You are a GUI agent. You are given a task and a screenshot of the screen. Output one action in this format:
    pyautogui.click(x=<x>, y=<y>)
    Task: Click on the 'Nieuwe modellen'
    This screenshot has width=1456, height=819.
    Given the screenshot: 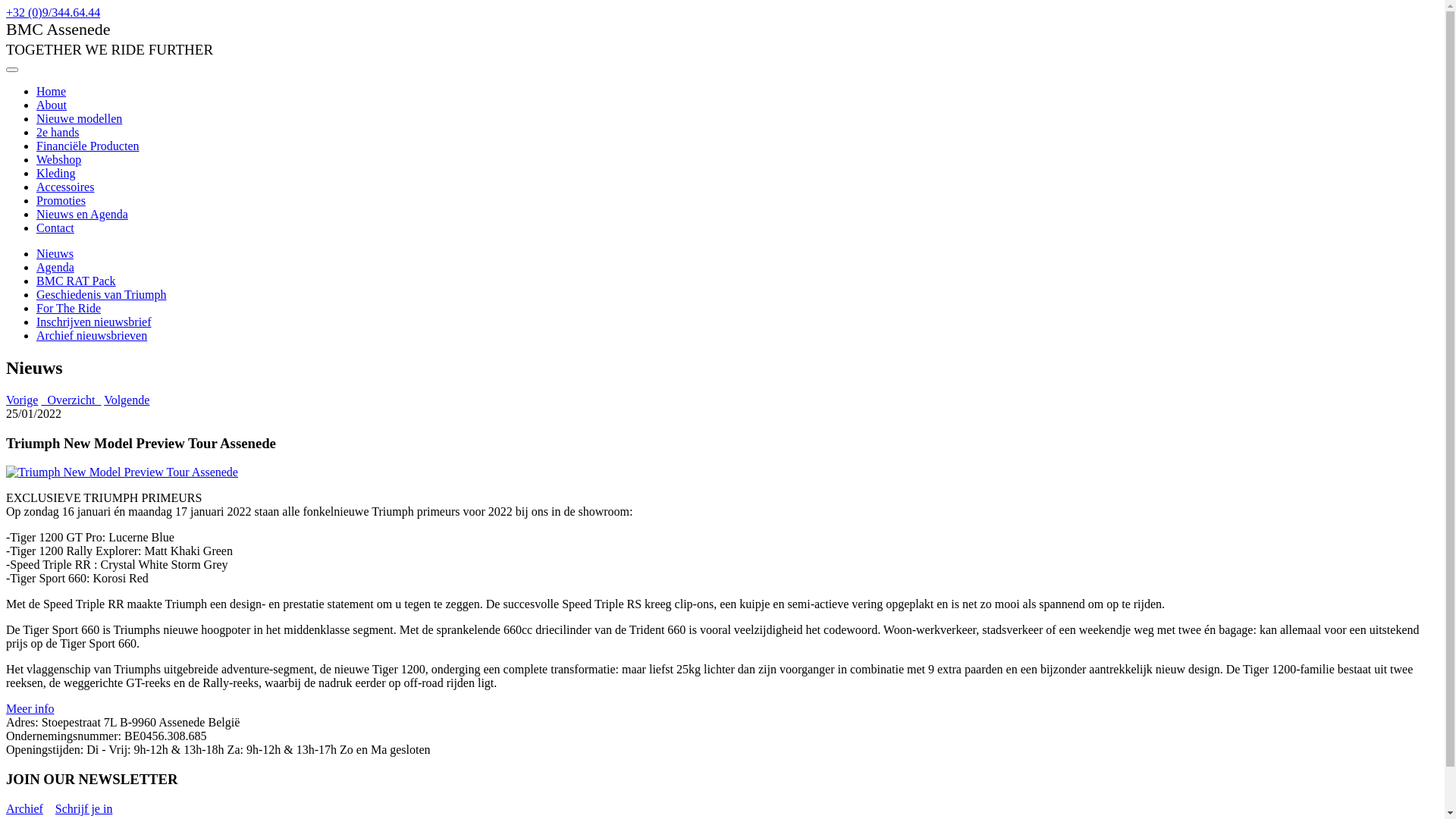 What is the action you would take?
    pyautogui.click(x=78, y=118)
    